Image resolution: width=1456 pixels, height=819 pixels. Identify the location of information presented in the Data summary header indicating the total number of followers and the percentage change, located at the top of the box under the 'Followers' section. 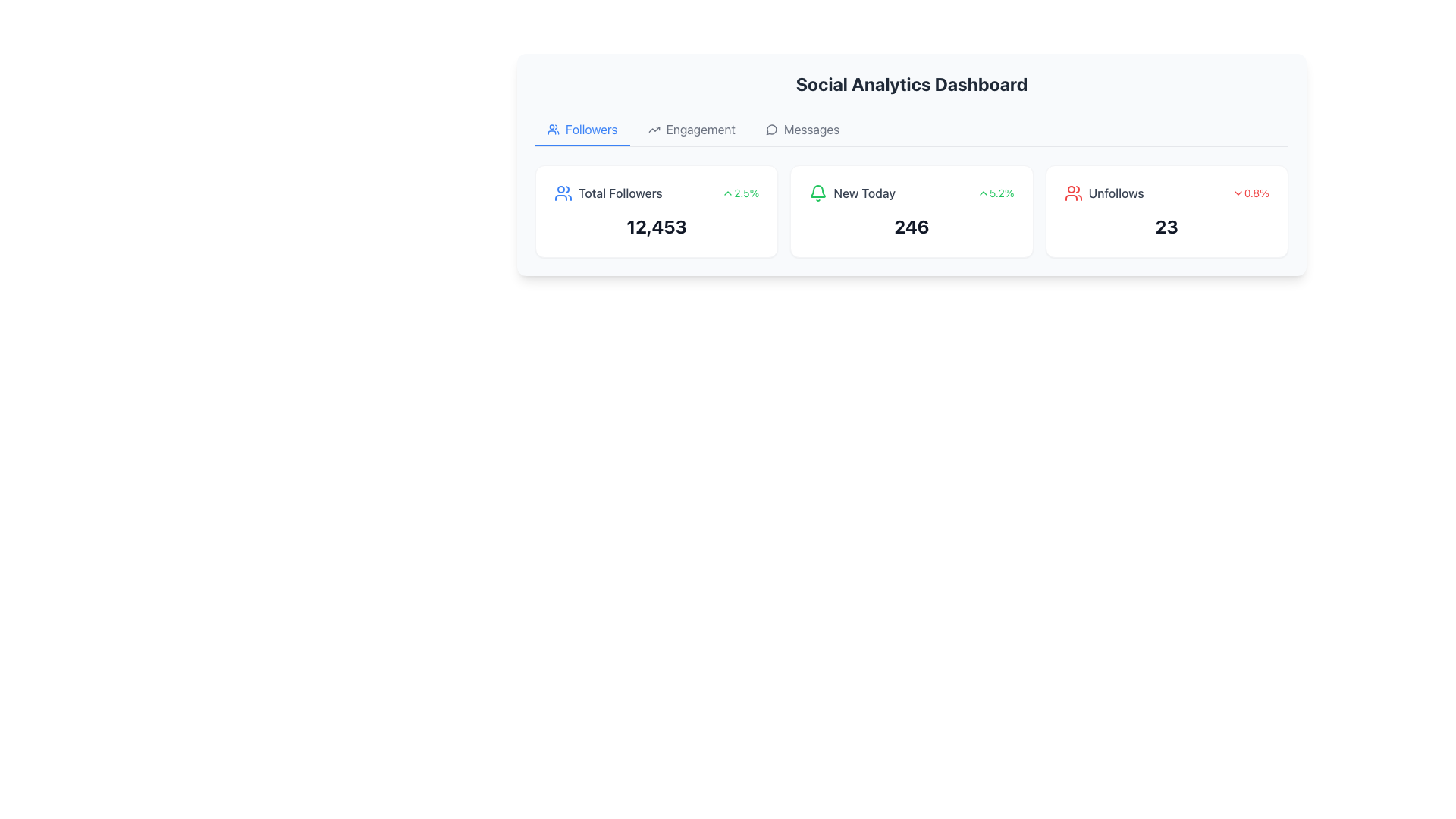
(657, 192).